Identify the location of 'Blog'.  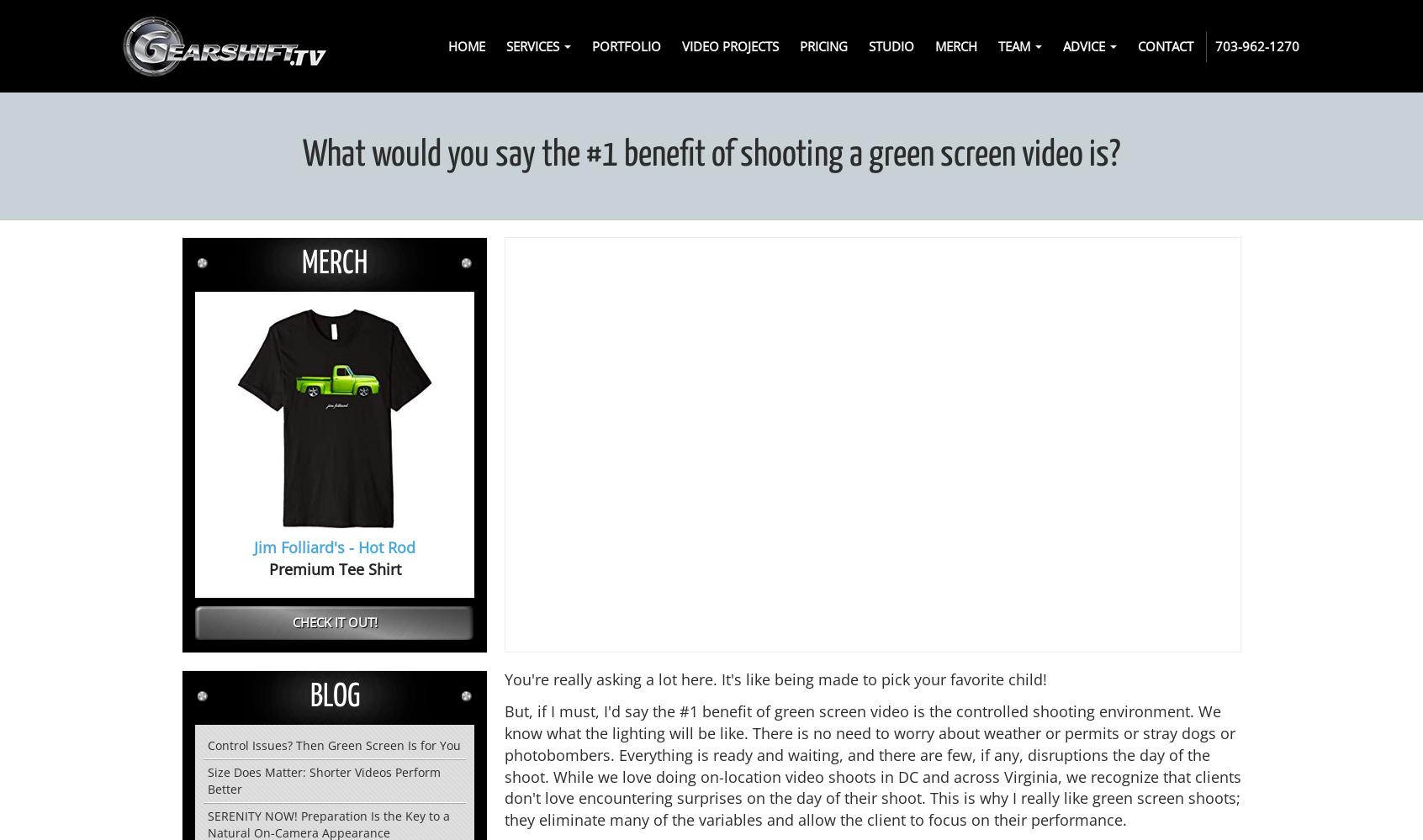
(334, 696).